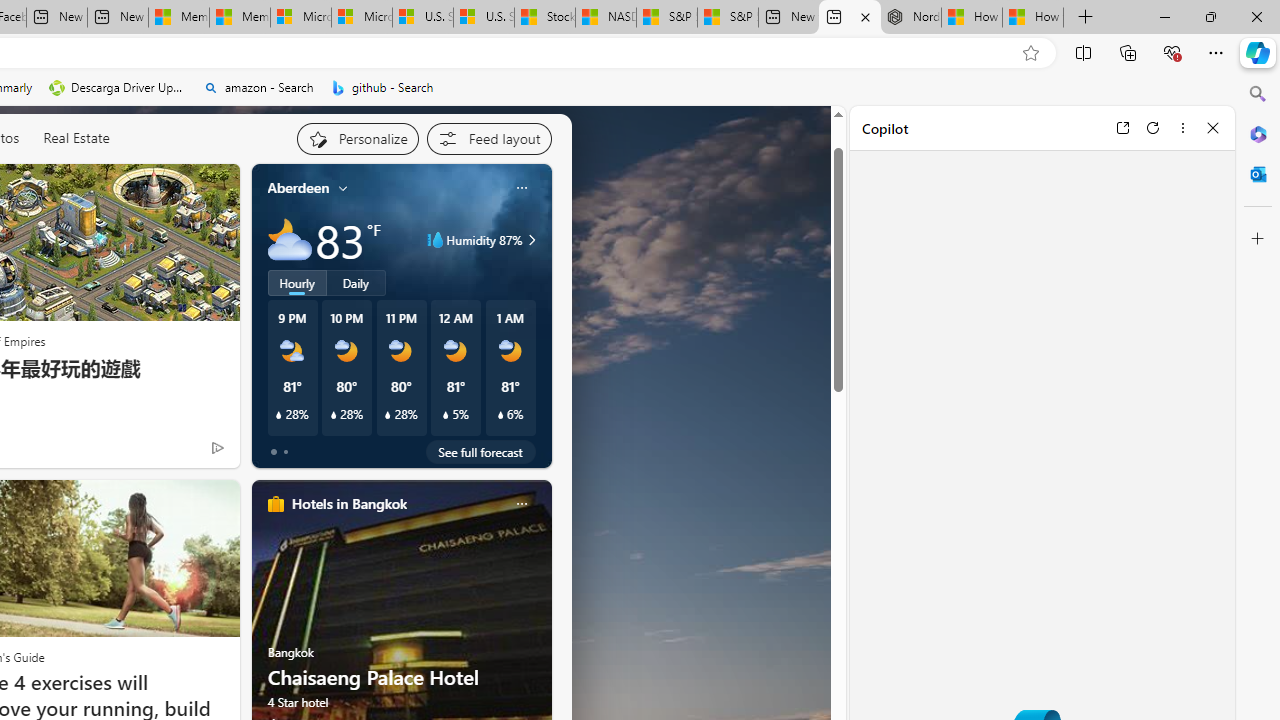  What do you see at coordinates (284, 452) in the screenshot?
I see `'tab-1'` at bounding box center [284, 452].